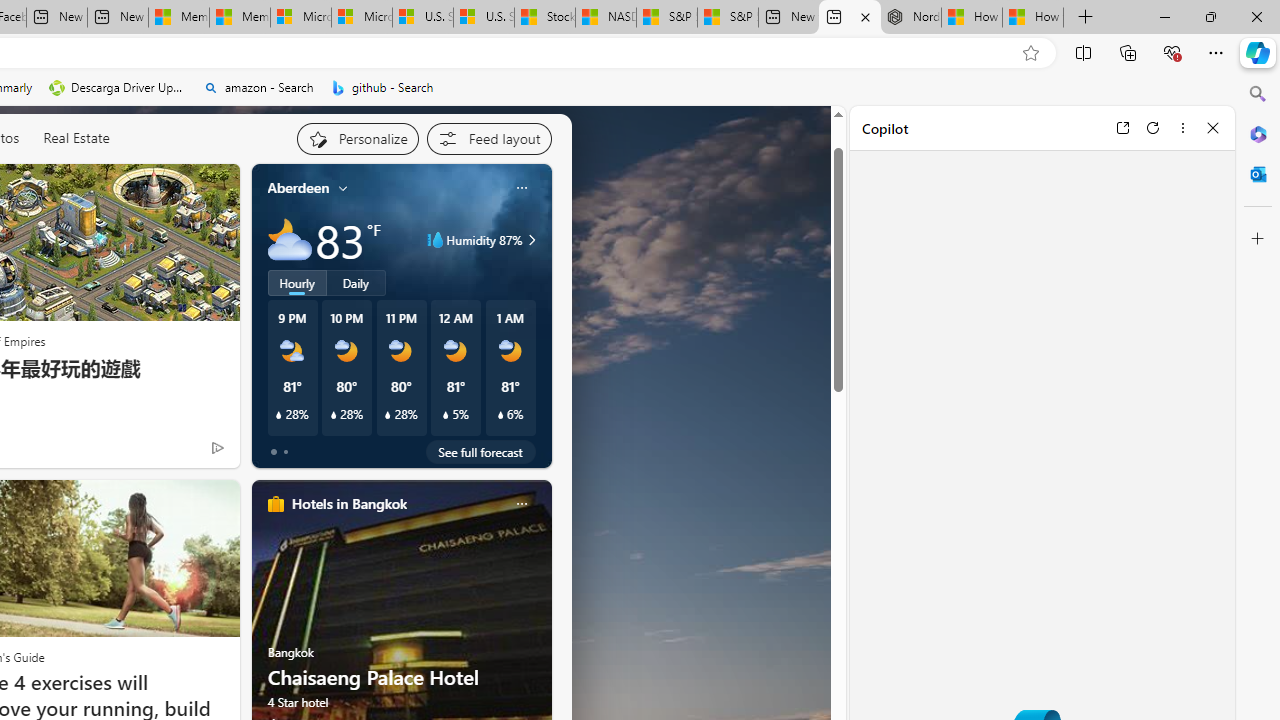  What do you see at coordinates (284, 452) in the screenshot?
I see `'tab-1'` at bounding box center [284, 452].